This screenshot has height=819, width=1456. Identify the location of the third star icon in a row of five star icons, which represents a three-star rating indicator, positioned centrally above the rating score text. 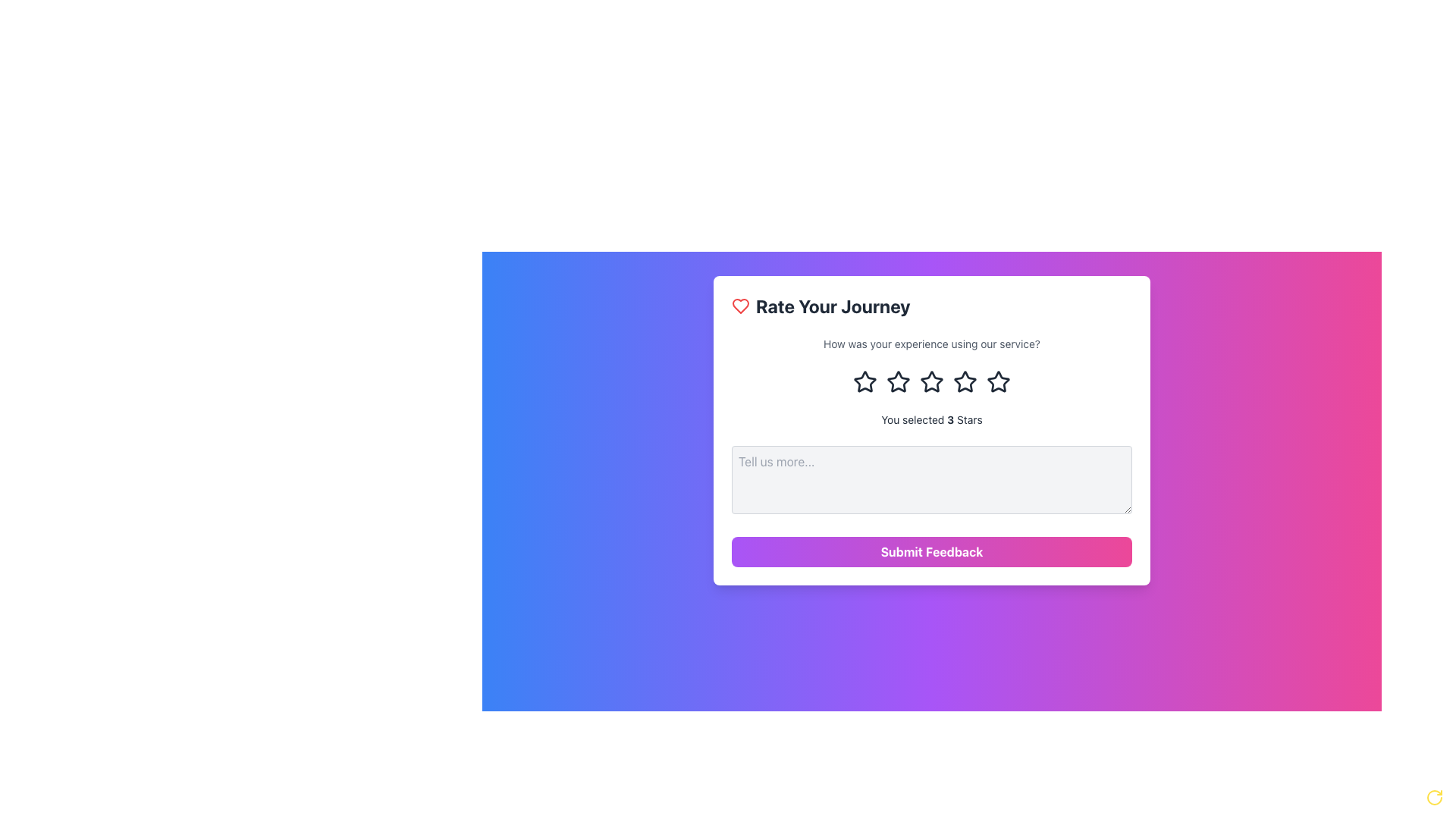
(964, 381).